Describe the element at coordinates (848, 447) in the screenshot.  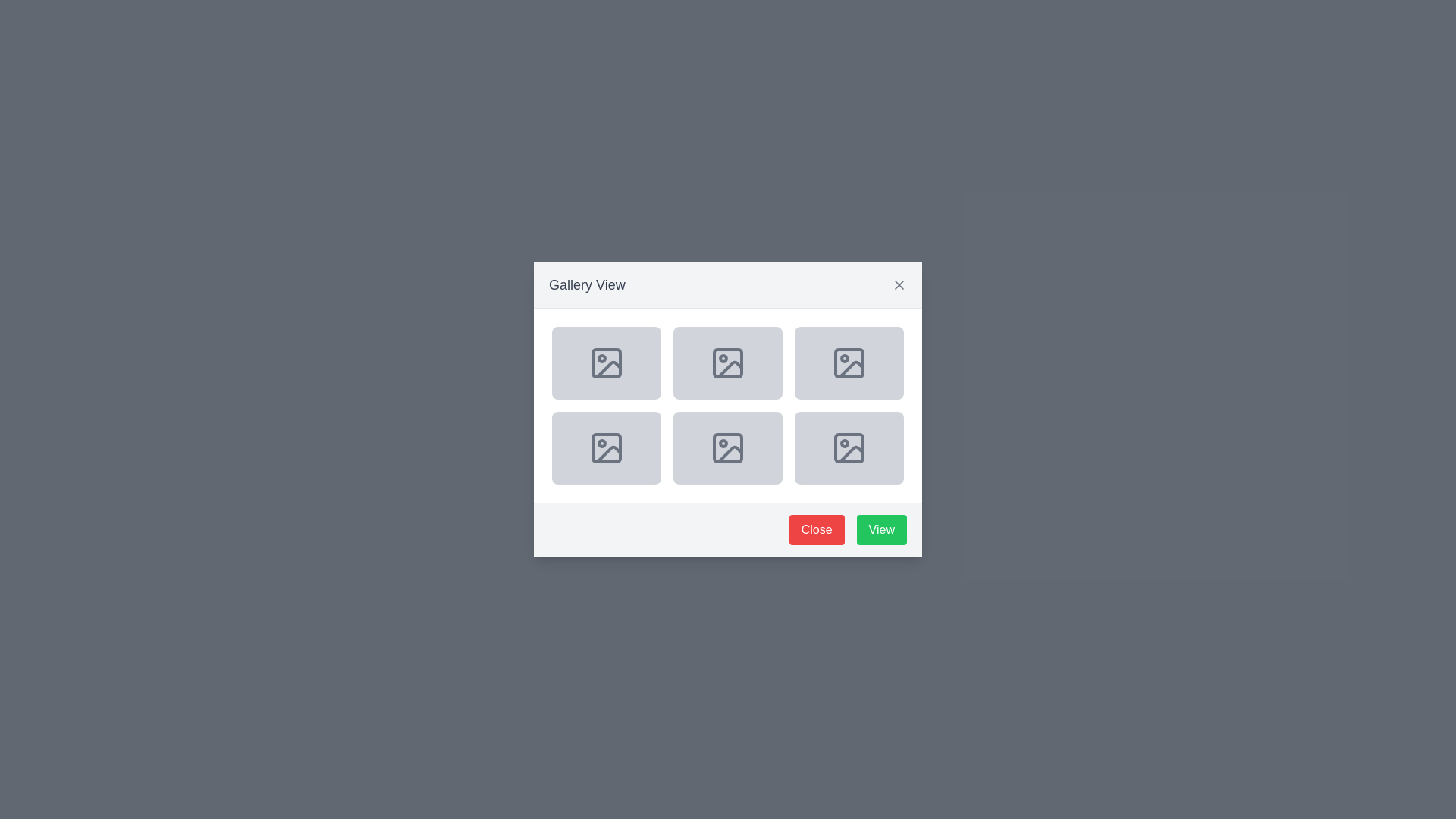
I see `the icon representing an image with a circular marker and a diagonal line located in the bottom-right cell of a 2x3 grid arrangement` at that location.